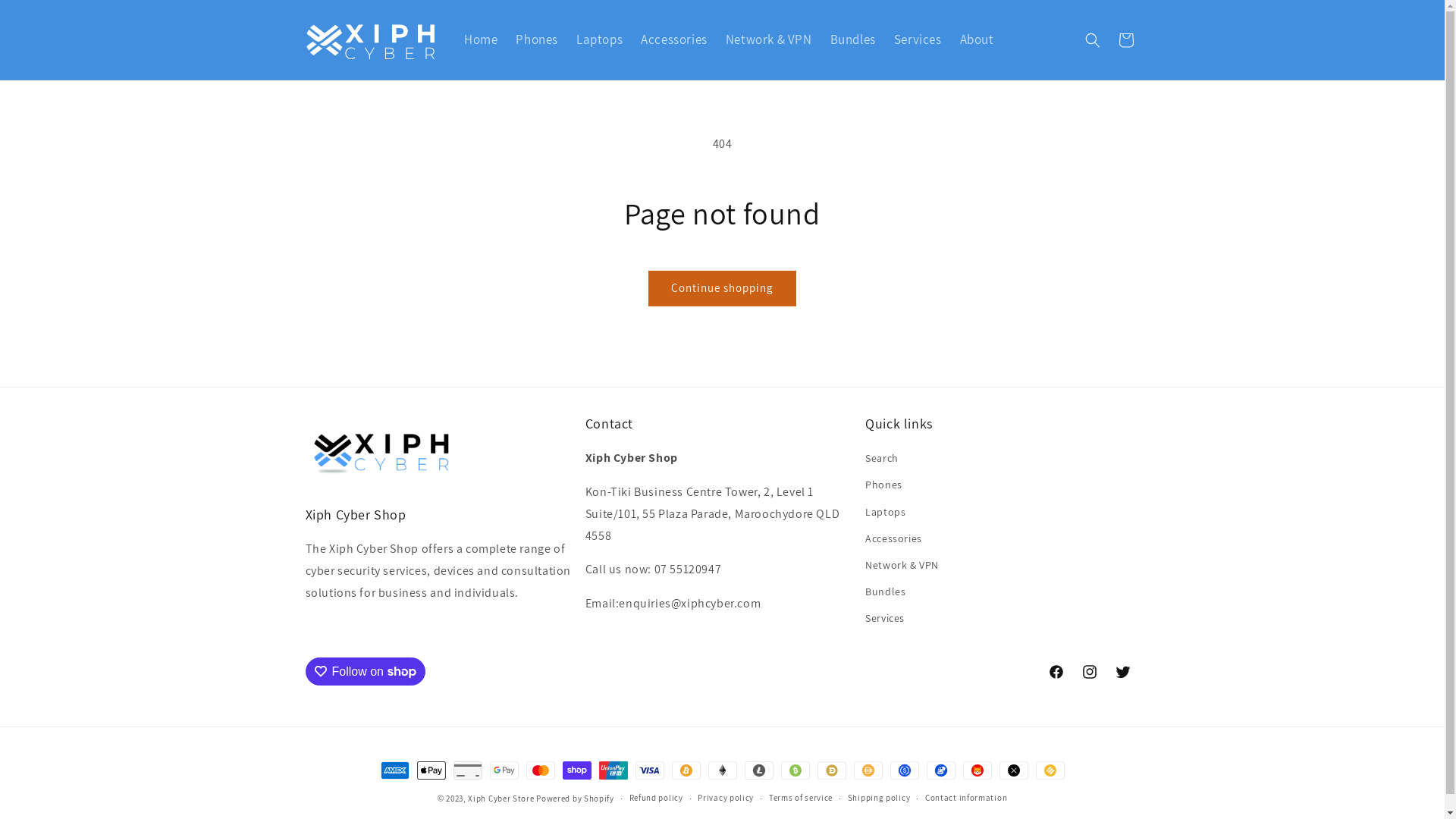 The image size is (1456, 819). I want to click on 'Twitter', so click(1122, 671).